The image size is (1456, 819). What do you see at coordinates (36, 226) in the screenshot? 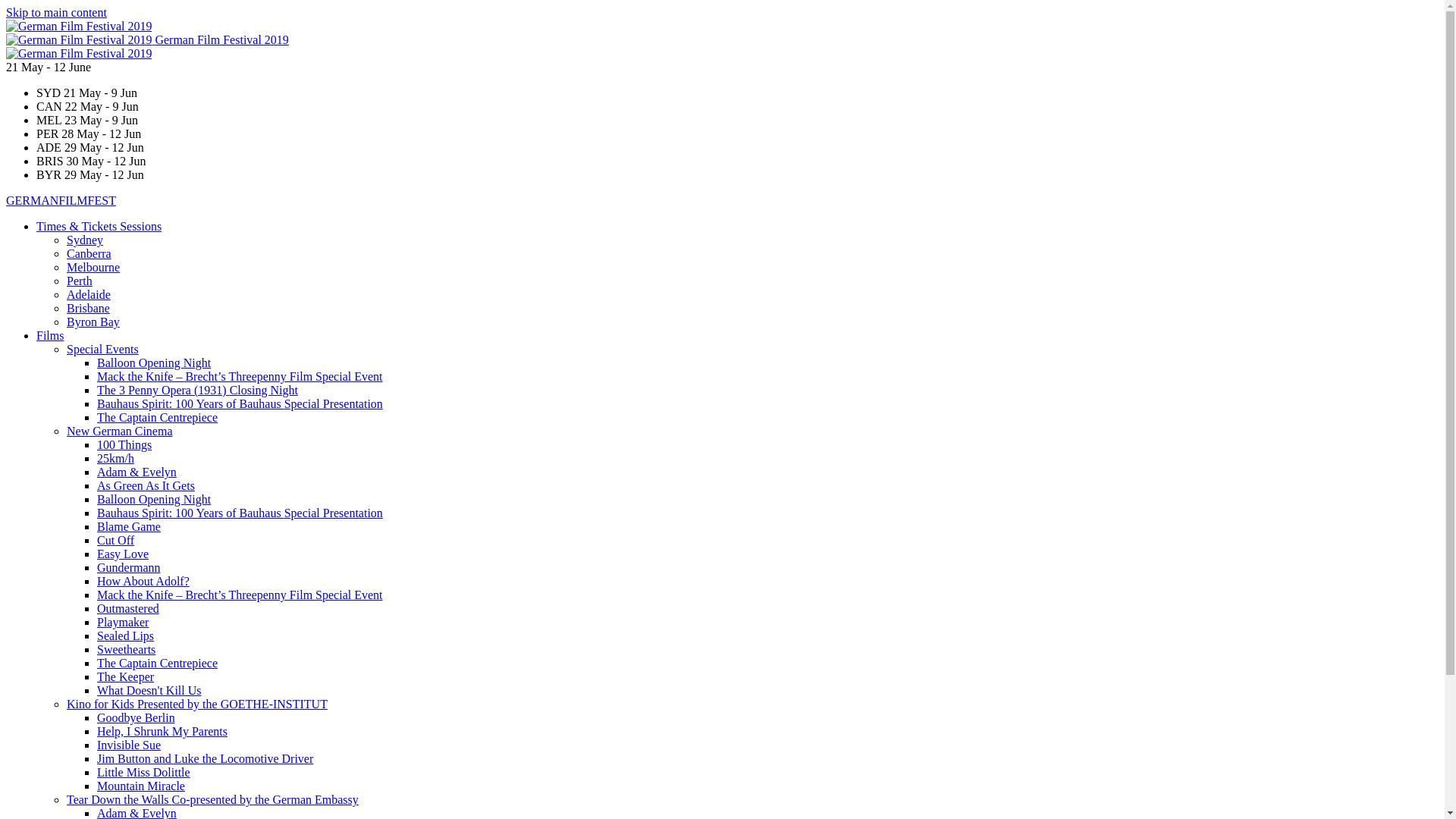
I see `'Times & Tickets Sessions'` at bounding box center [36, 226].